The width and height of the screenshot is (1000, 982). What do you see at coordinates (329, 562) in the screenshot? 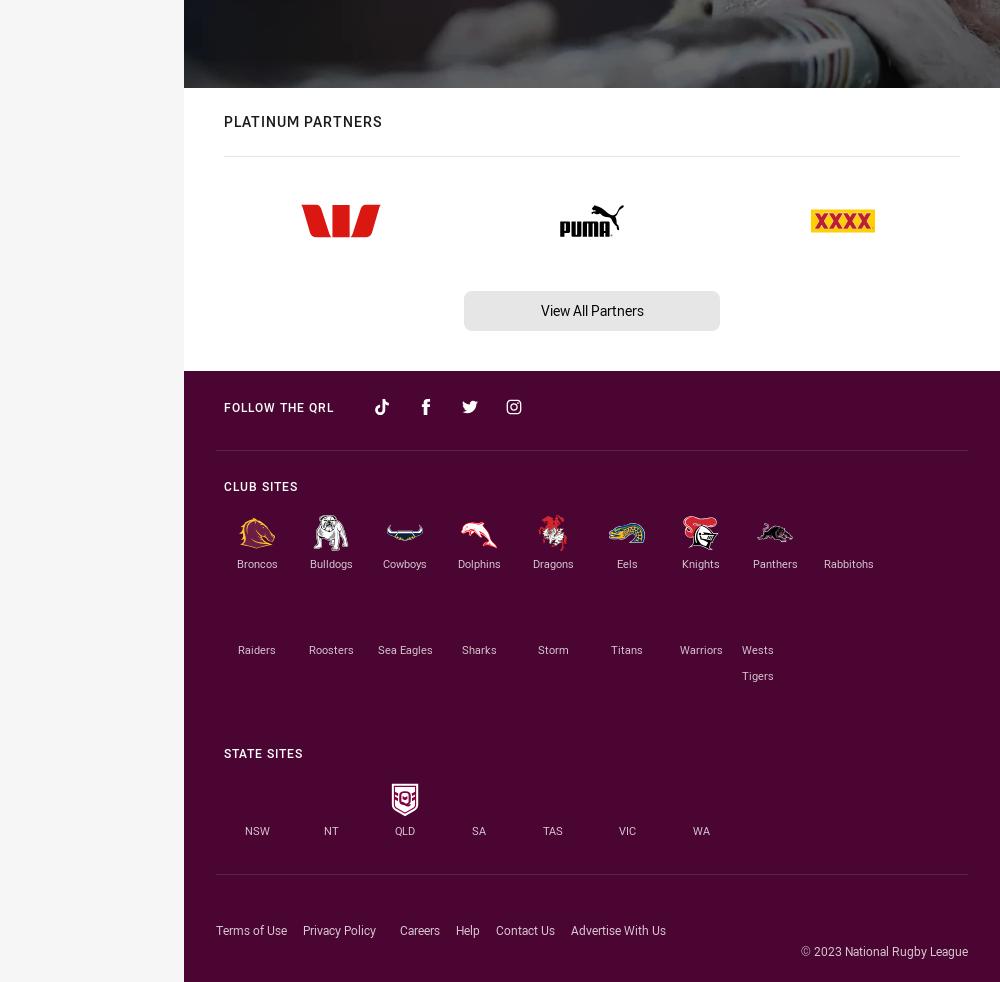
I see `'Bulldogs'` at bounding box center [329, 562].